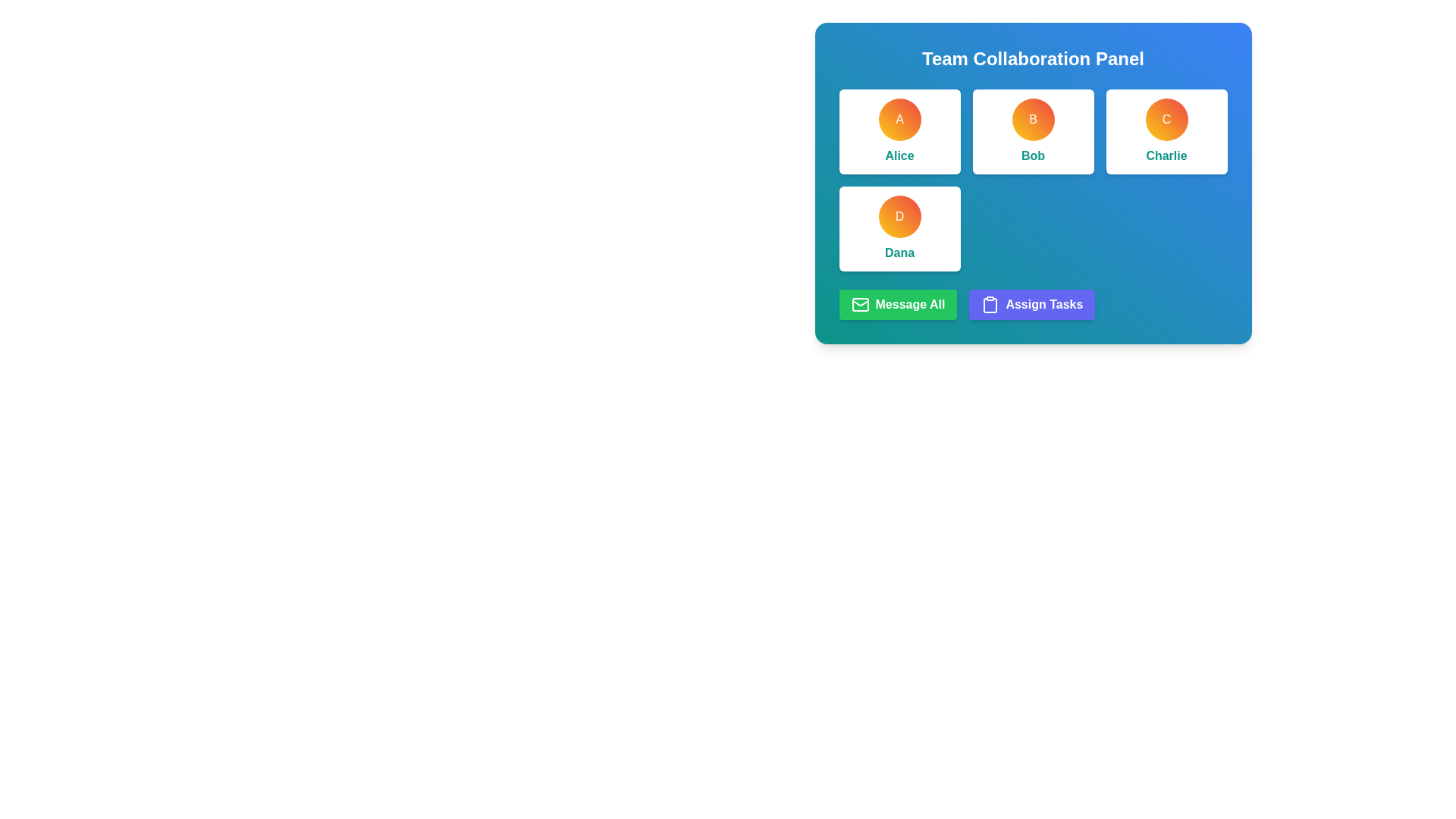  I want to click on the static text element displaying the name 'Alice', which is located in the top left card of a grid layout within a blue panel, centered below the circular element featuring the letter 'A', so click(899, 155).